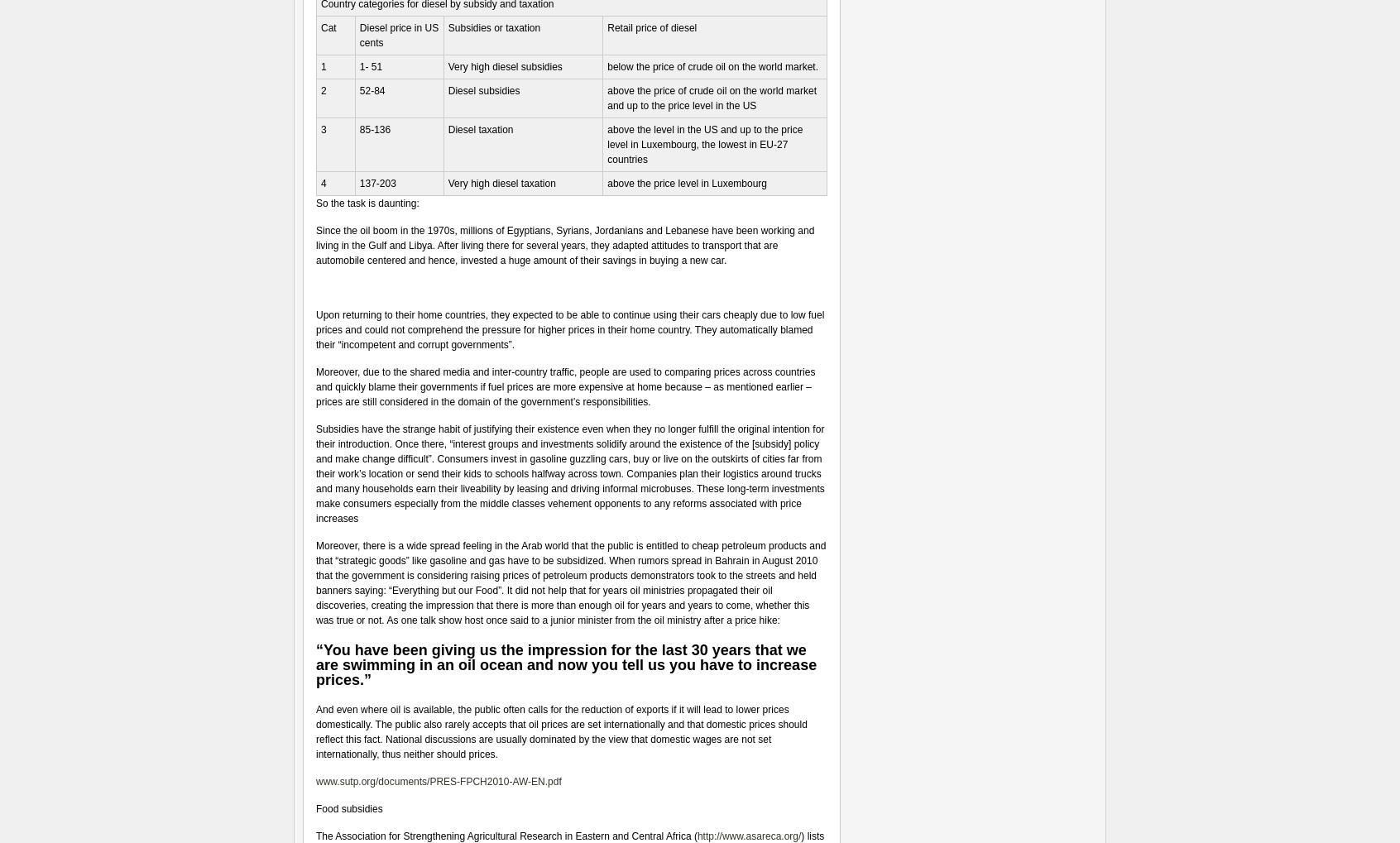  Describe the element at coordinates (357, 89) in the screenshot. I see `'52-84'` at that location.